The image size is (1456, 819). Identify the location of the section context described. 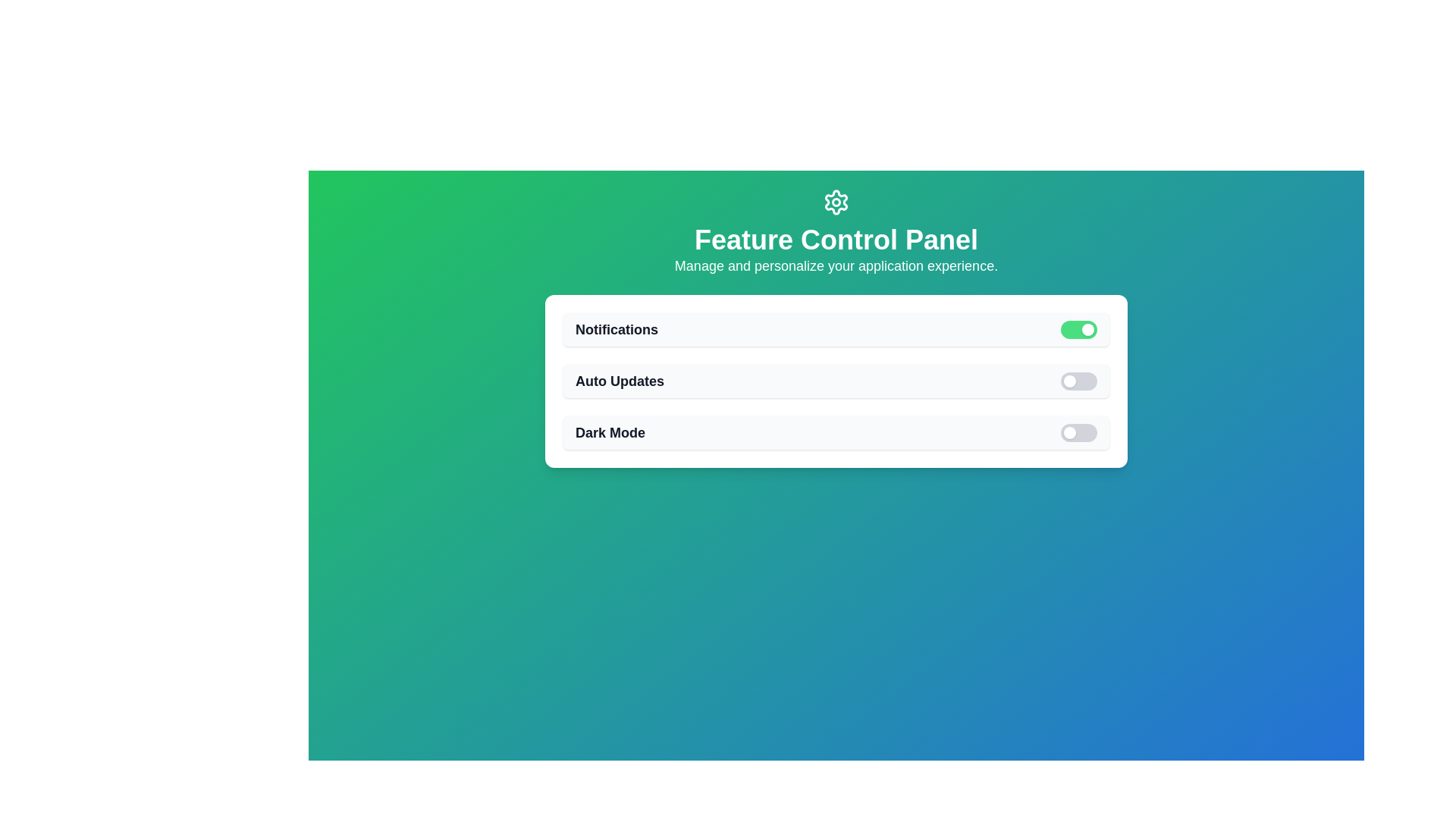
(836, 239).